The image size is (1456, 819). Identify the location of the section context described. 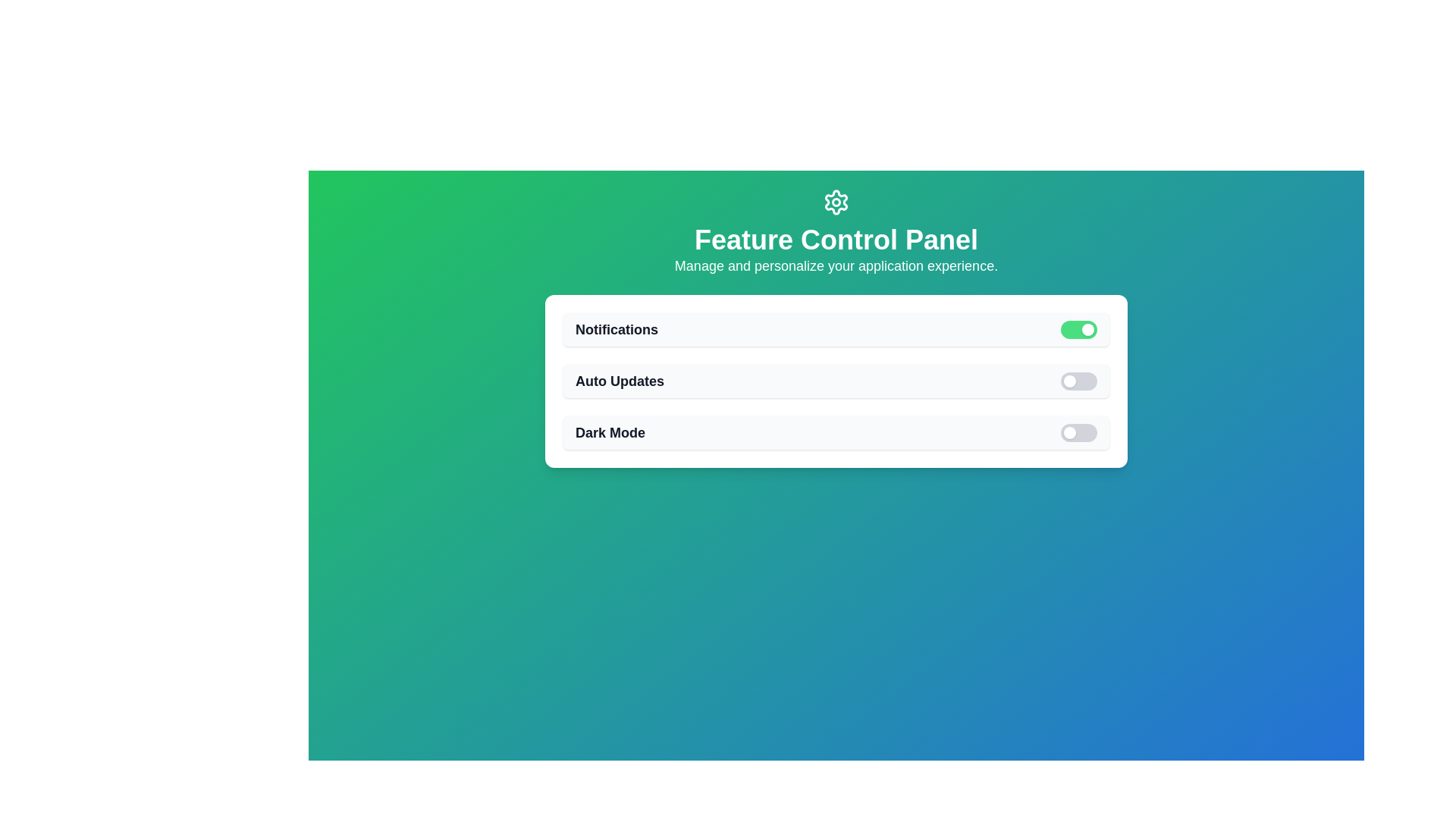
(836, 239).